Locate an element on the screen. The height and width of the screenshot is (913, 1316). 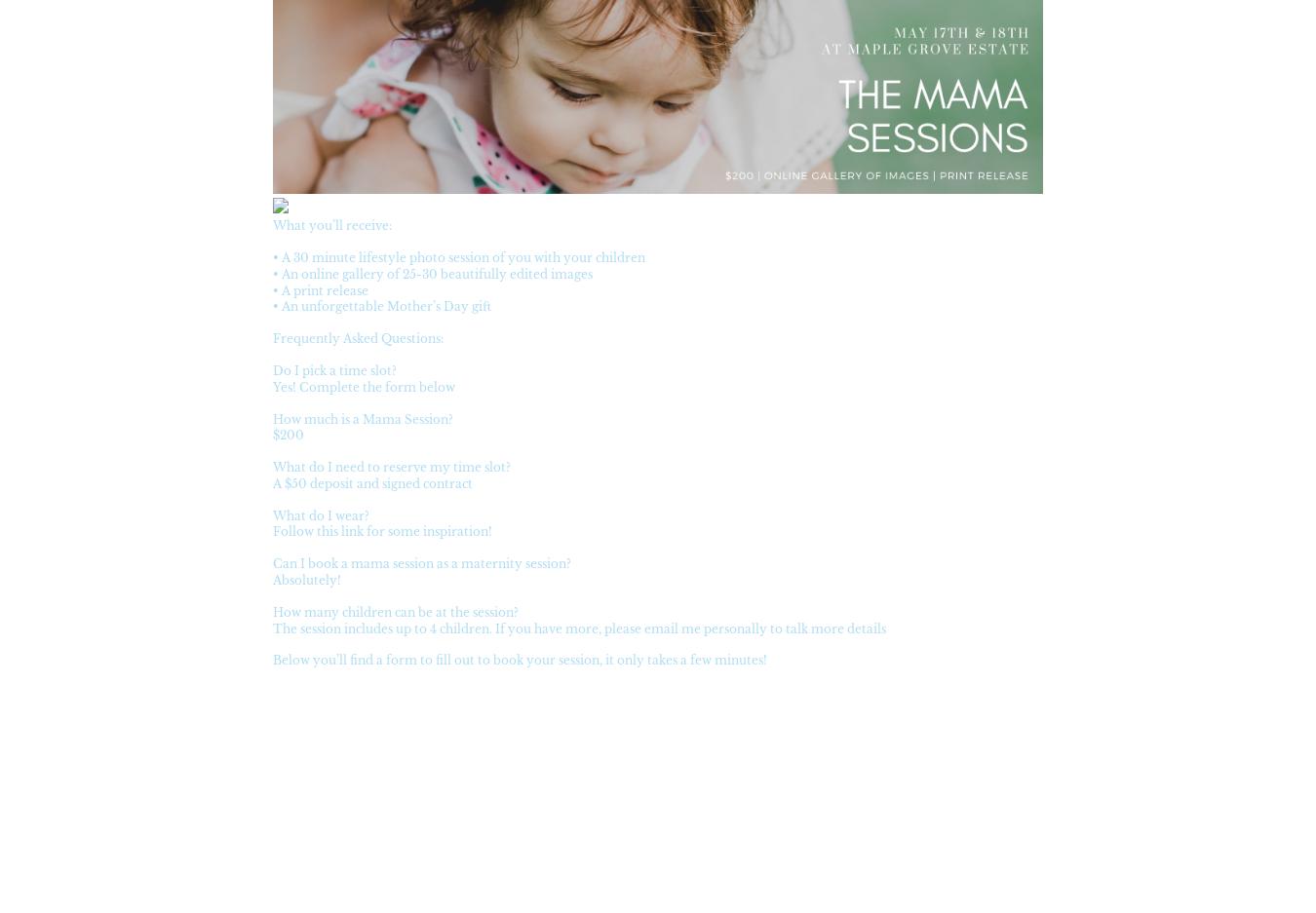
'$200' is located at coordinates (271, 434).